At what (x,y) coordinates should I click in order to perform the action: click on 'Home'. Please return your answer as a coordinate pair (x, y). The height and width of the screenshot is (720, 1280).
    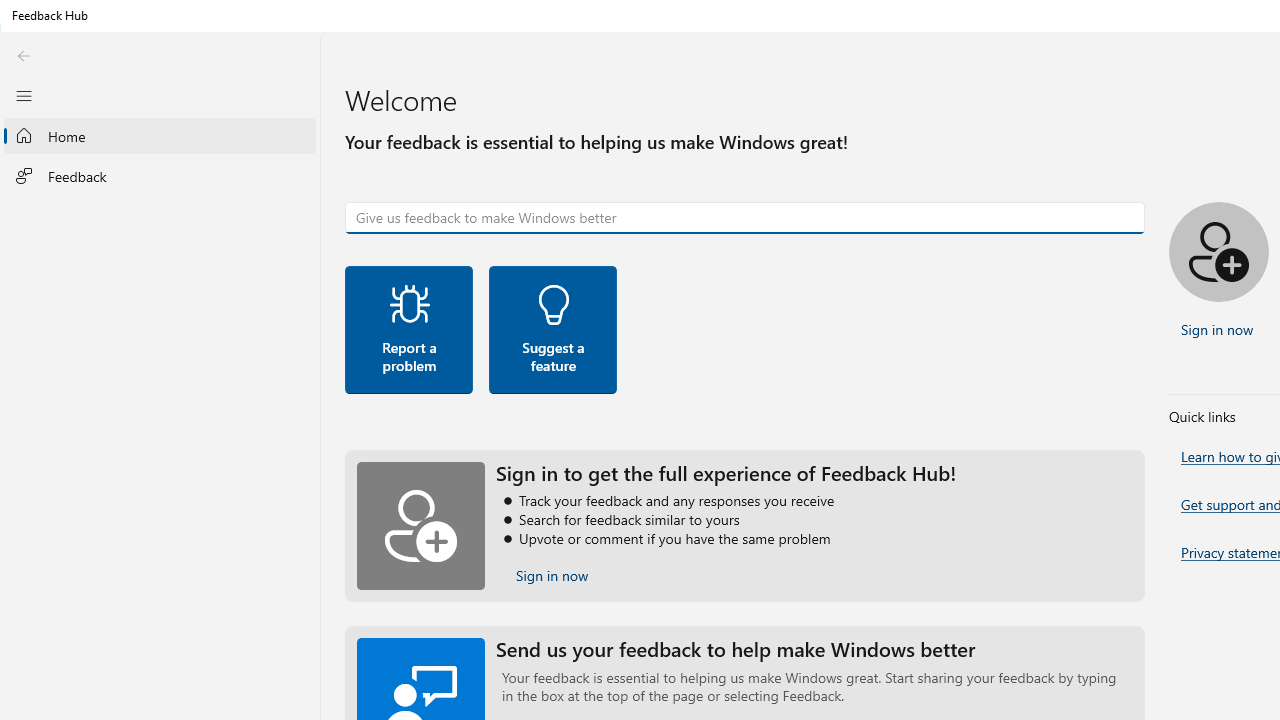
    Looking at the image, I should click on (160, 135).